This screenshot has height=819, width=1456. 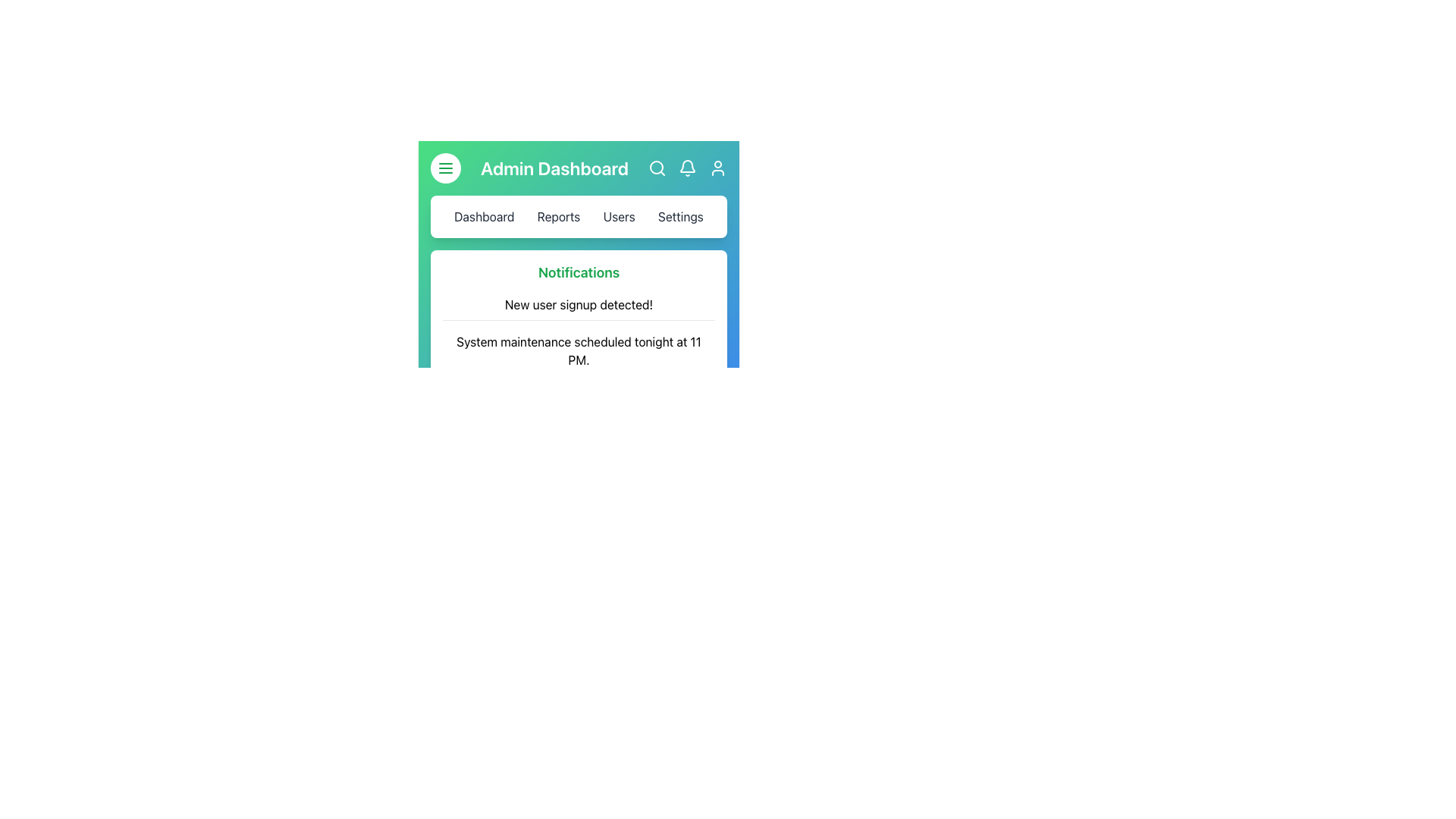 I want to click on the text block displaying the notification message 'System maintenance scheduled tonight at 11 PM.', which is the second item in the Notifications list, so click(x=578, y=351).